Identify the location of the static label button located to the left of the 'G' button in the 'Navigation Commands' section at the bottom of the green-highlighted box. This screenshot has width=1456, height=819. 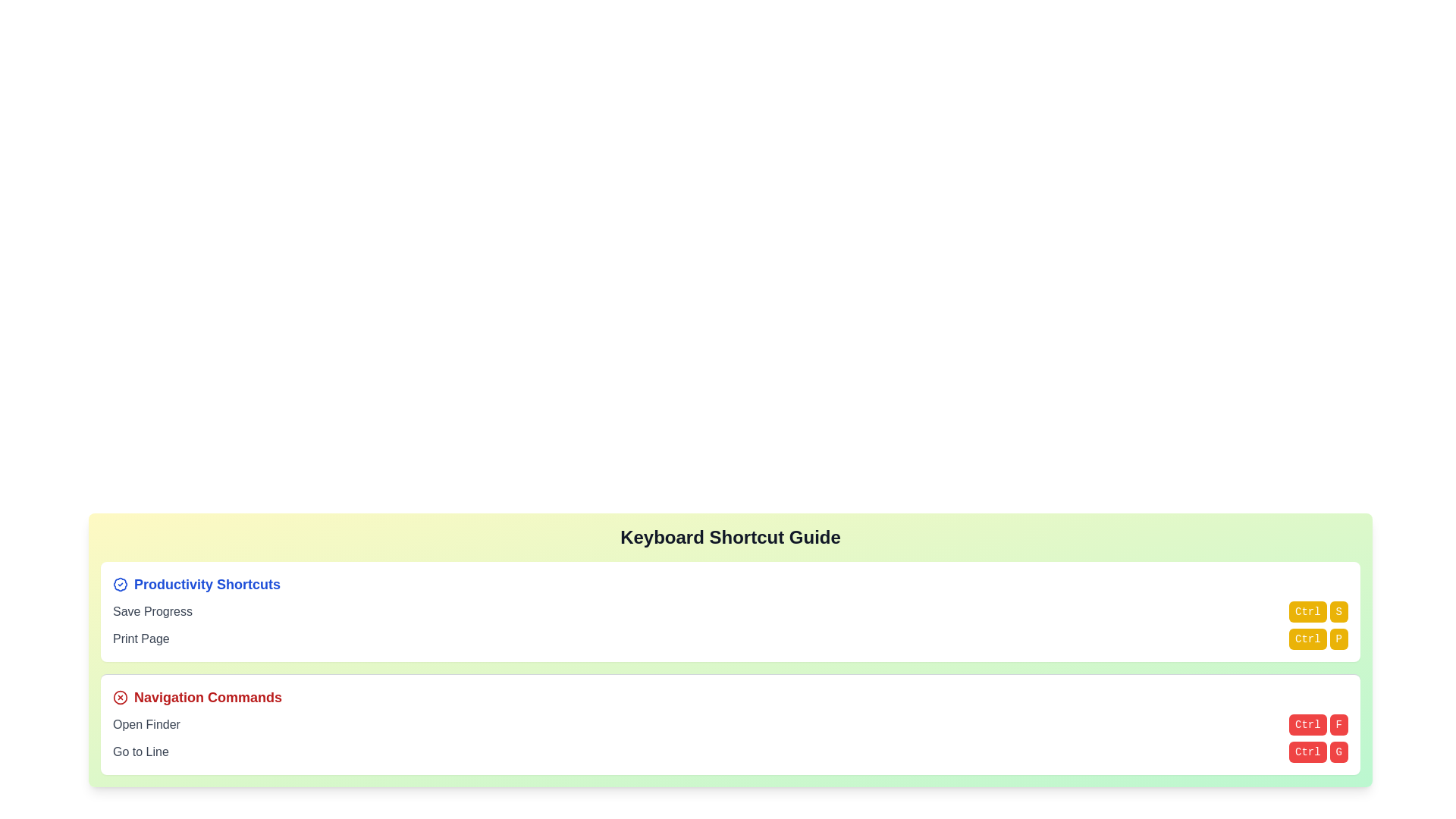
(1307, 752).